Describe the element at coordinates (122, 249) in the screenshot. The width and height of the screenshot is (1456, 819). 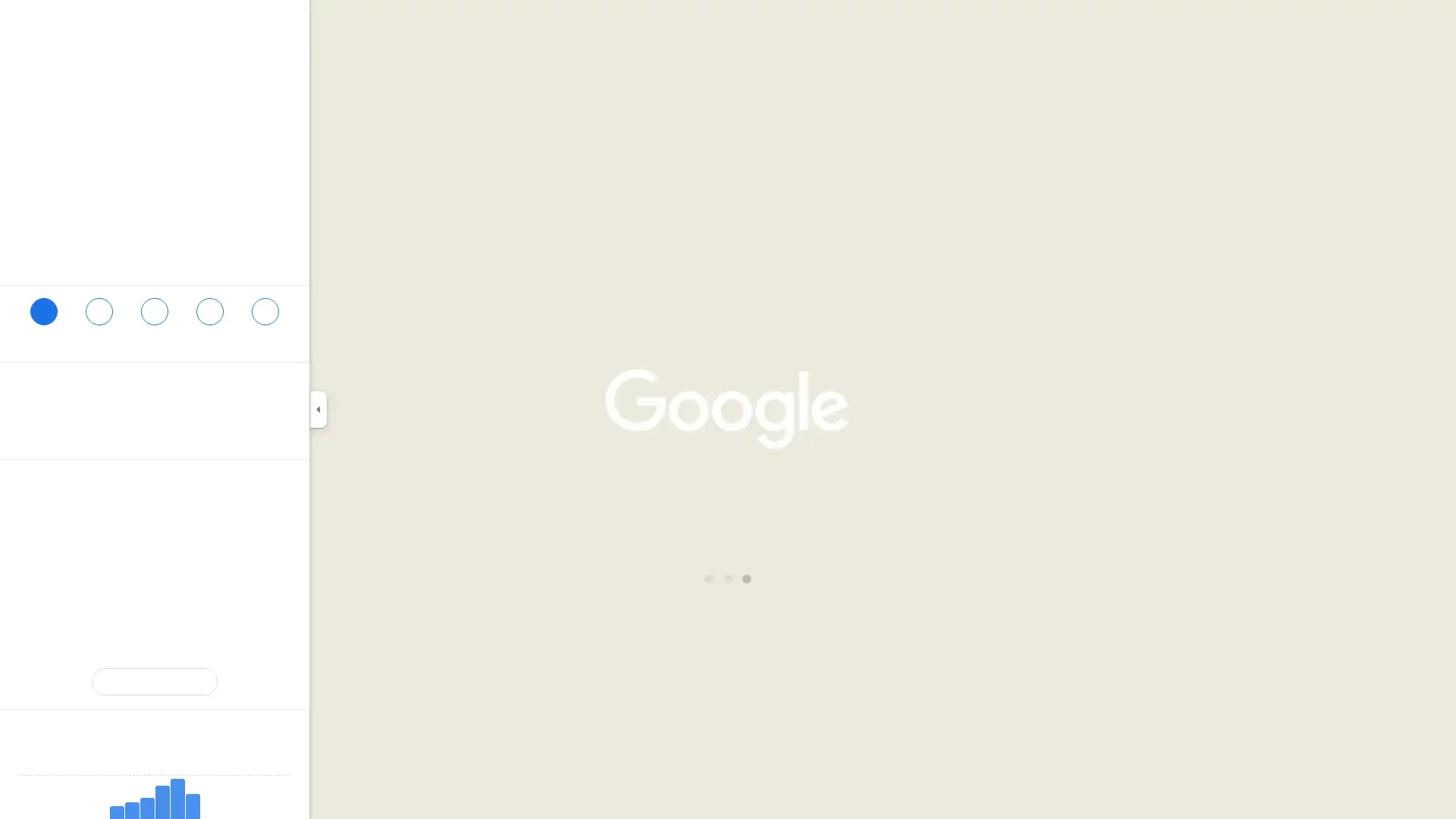
I see `222 reviews` at that location.